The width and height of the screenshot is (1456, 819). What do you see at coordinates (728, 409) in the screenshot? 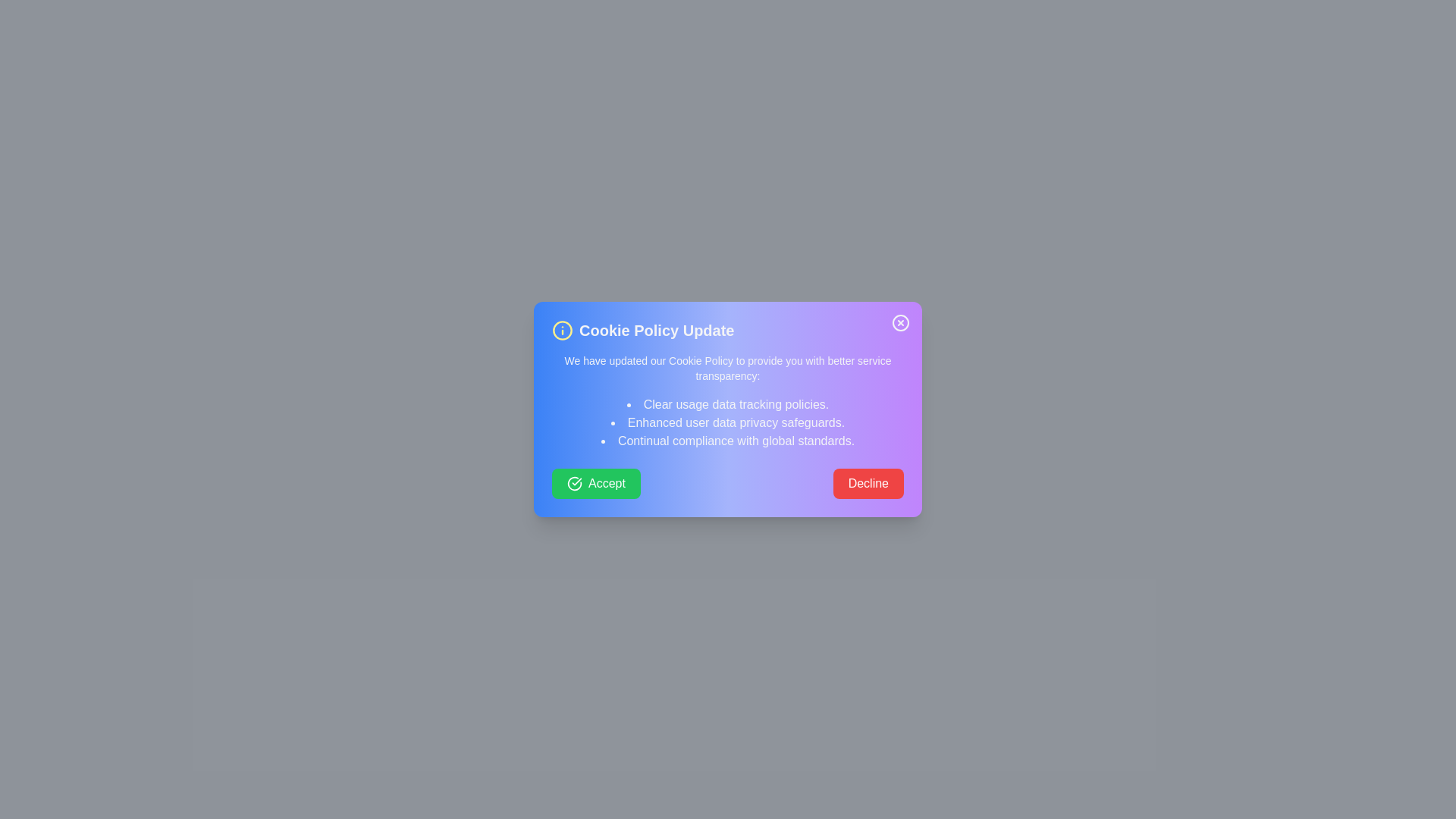
I see `the text to select a word in the policy dialog` at bounding box center [728, 409].